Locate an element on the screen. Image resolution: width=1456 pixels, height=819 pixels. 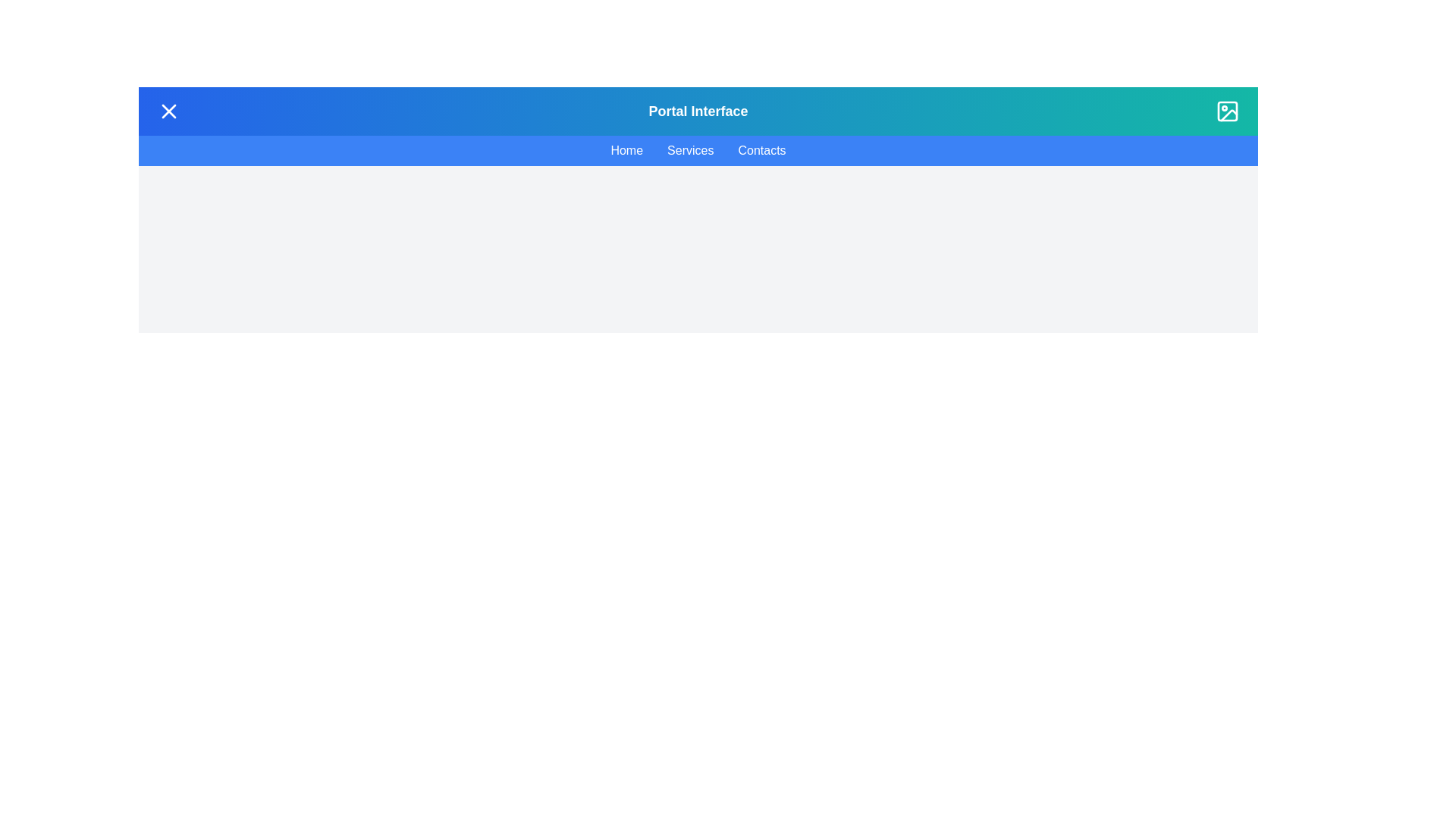
the menu item Contacts to navigate to the respective section is located at coordinates (761, 151).